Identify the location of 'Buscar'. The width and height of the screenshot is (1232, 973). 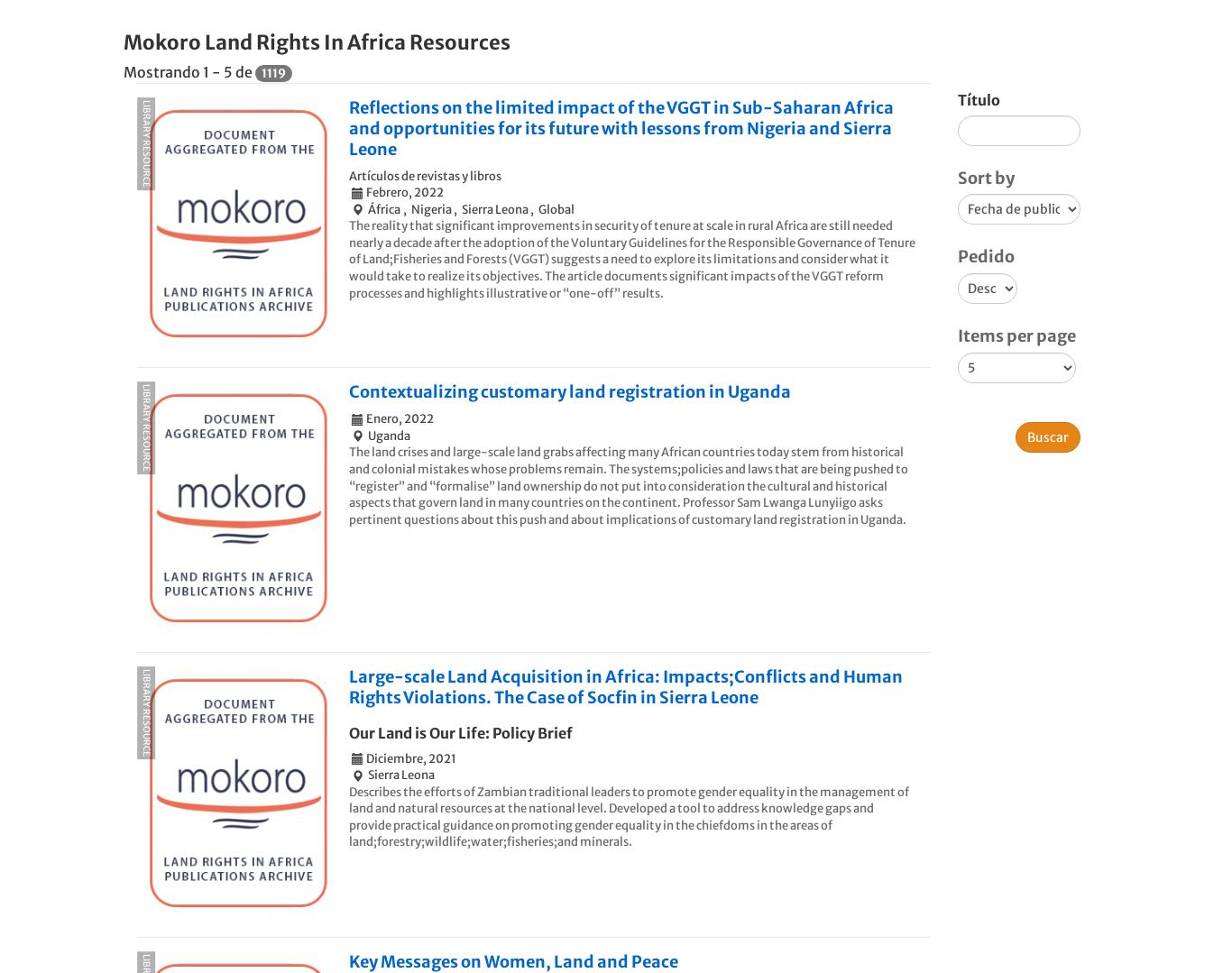
(1048, 436).